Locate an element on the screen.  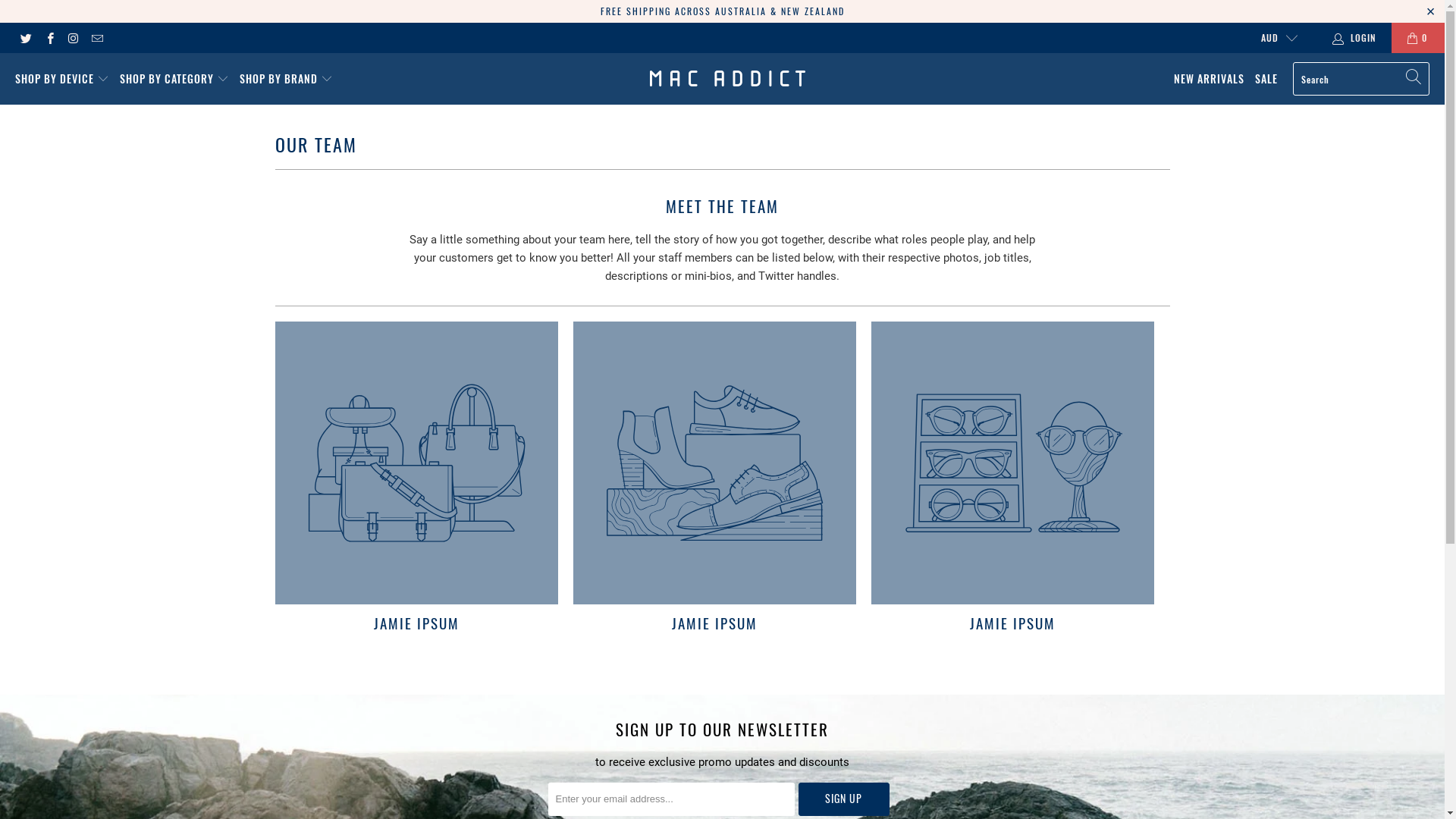
'SHOP BY DEVICE' is located at coordinates (61, 79).